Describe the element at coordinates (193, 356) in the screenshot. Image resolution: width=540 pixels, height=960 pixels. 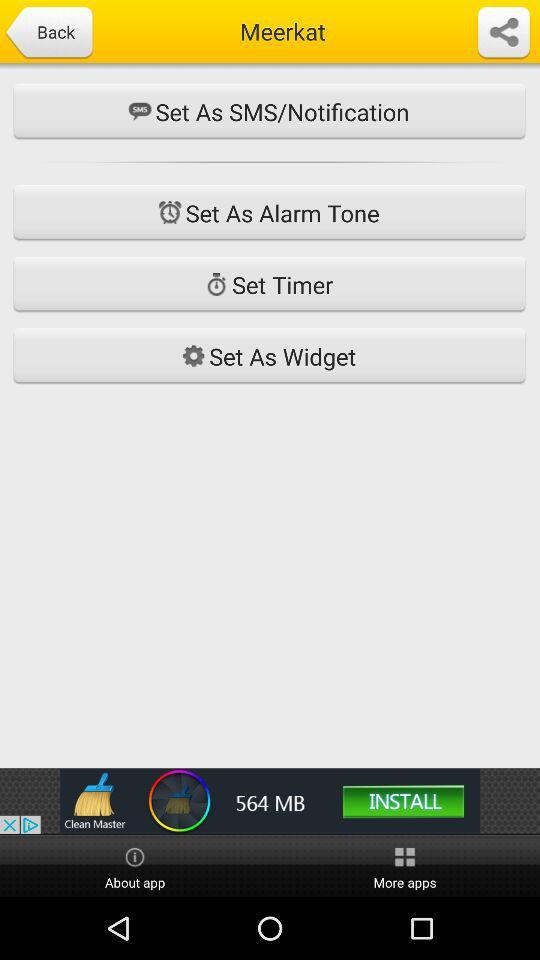
I see `a icon which is before set as widget` at that location.